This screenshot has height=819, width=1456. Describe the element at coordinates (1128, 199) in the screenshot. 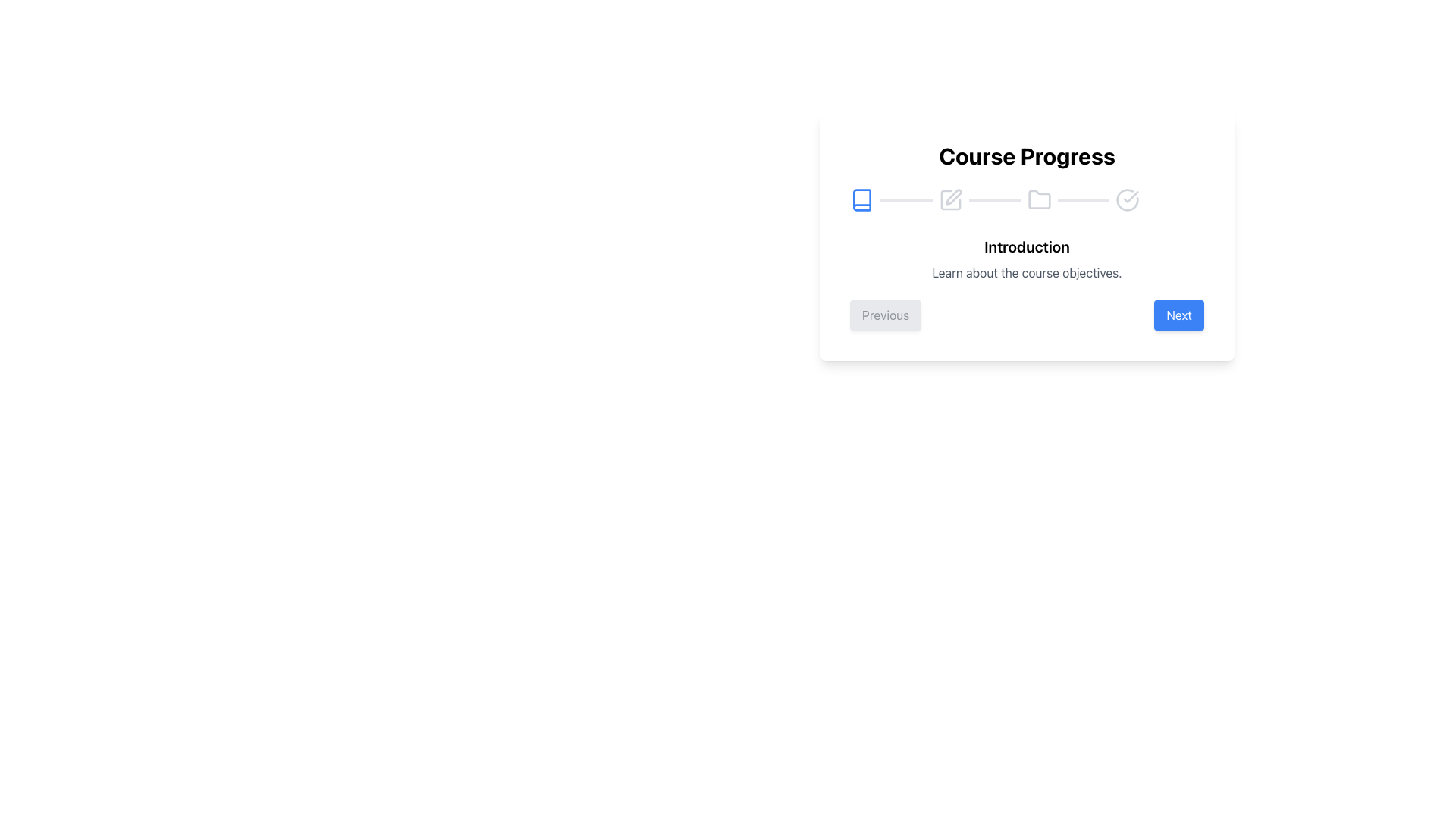

I see `the circular icon located at the rightmost position of the progress bar, which signifies the completion of a step in the sequence` at that location.